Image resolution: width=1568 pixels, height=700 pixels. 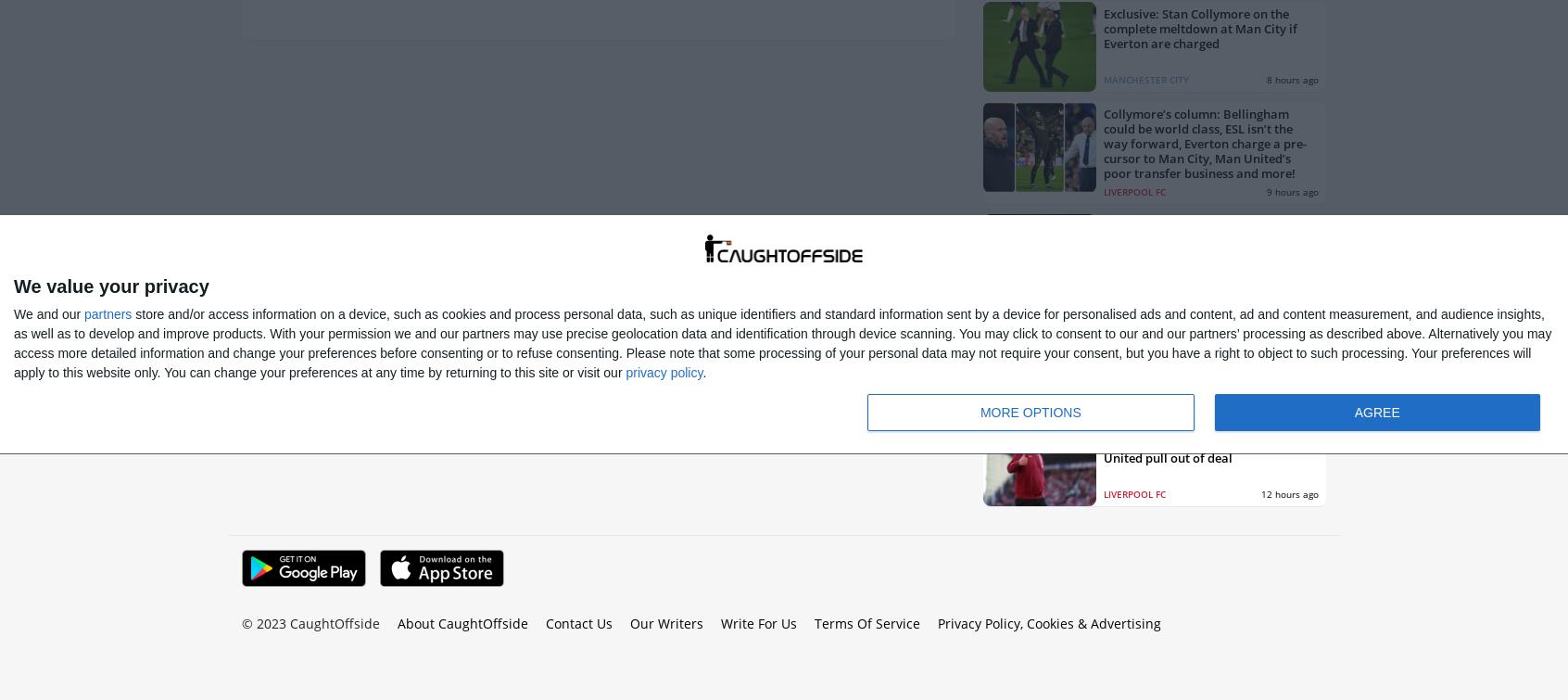 What do you see at coordinates (1193, 241) in the screenshot?
I see `'VIDEO: Leeds winger Dan James shows frustration as Bamford missed the penalty'` at bounding box center [1193, 241].